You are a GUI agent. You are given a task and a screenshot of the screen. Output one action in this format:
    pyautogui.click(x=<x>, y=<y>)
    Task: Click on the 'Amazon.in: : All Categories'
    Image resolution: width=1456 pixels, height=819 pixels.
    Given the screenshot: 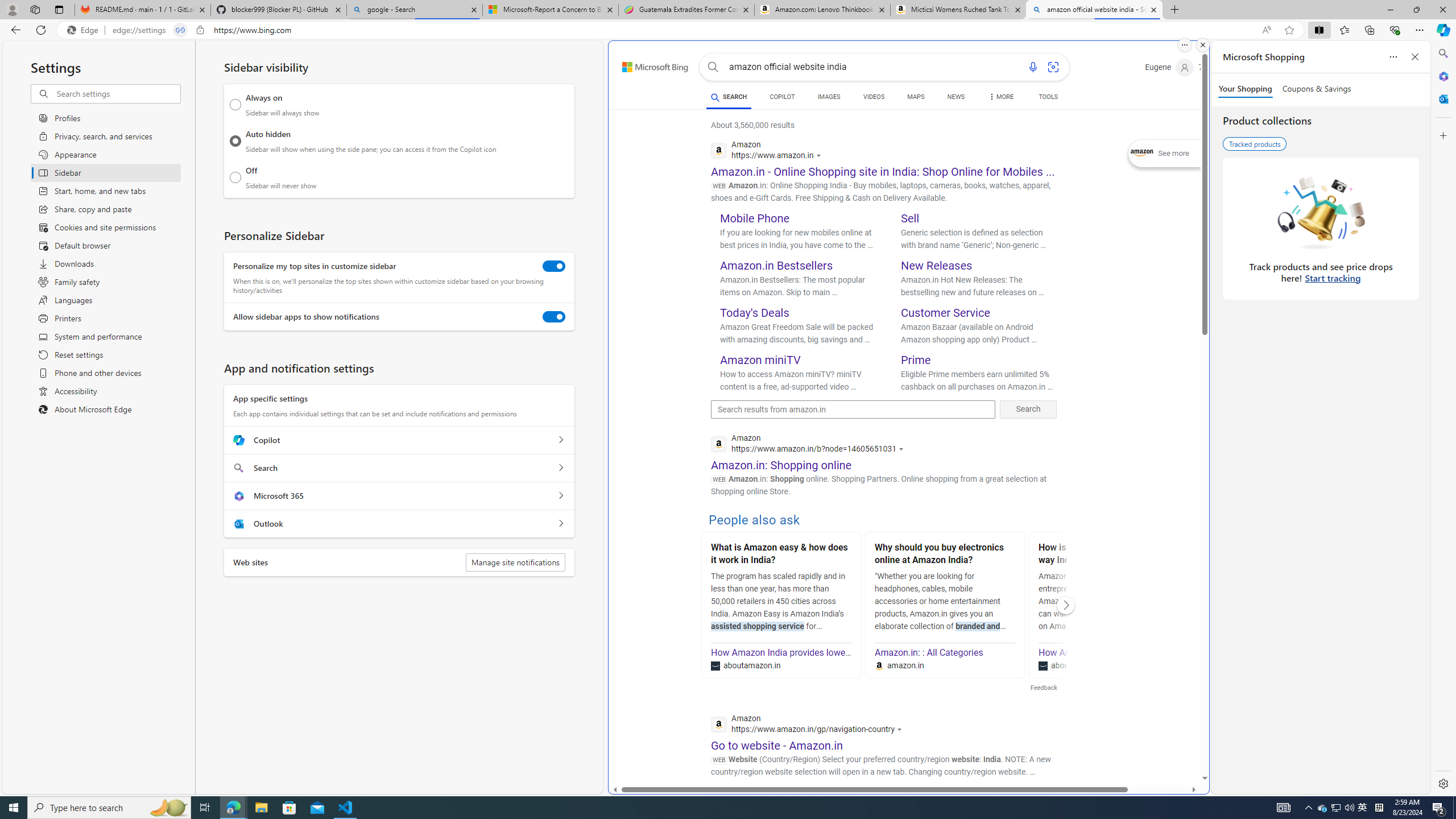 What is the action you would take?
    pyautogui.click(x=928, y=652)
    